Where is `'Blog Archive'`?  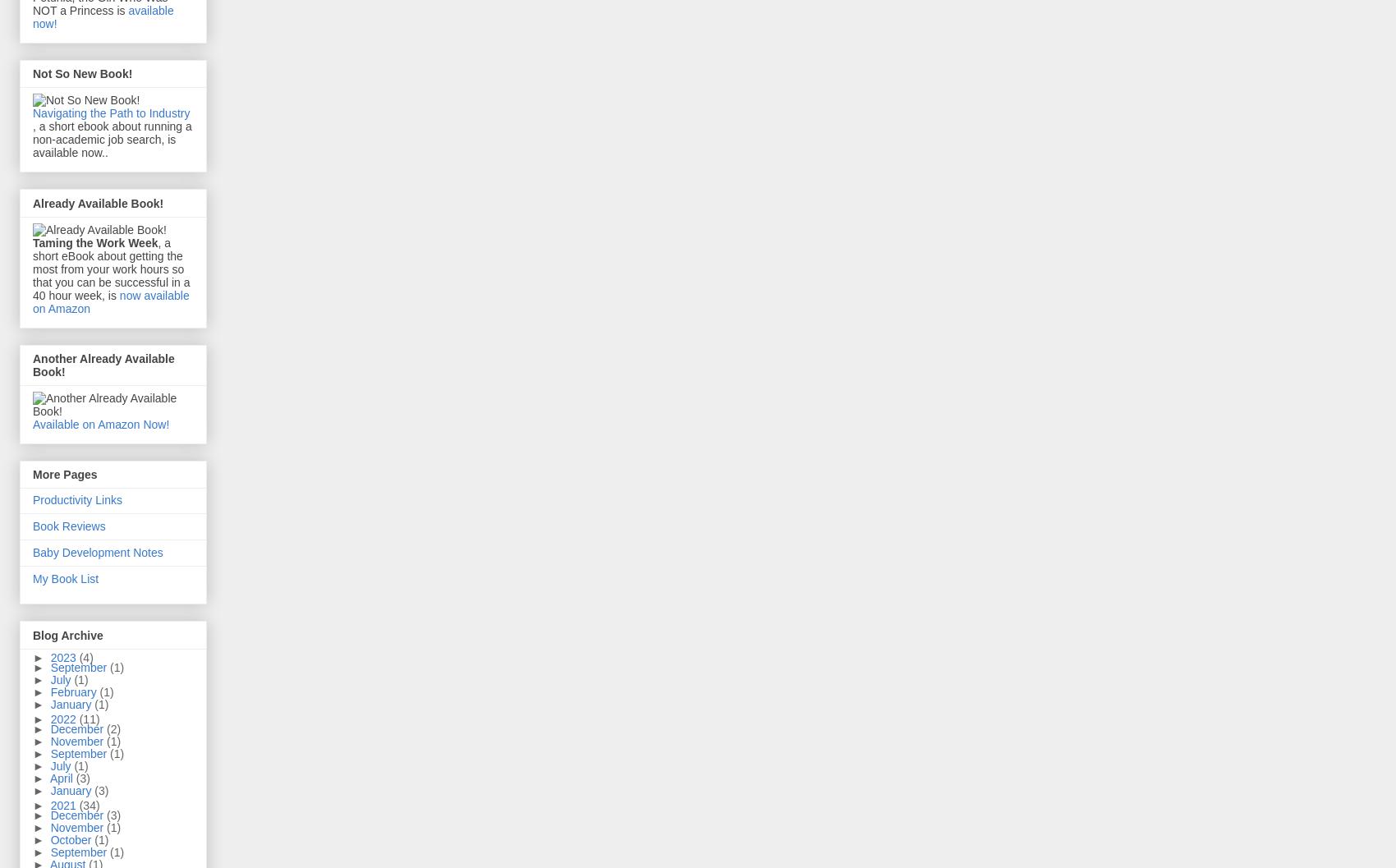
'Blog Archive' is located at coordinates (67, 634).